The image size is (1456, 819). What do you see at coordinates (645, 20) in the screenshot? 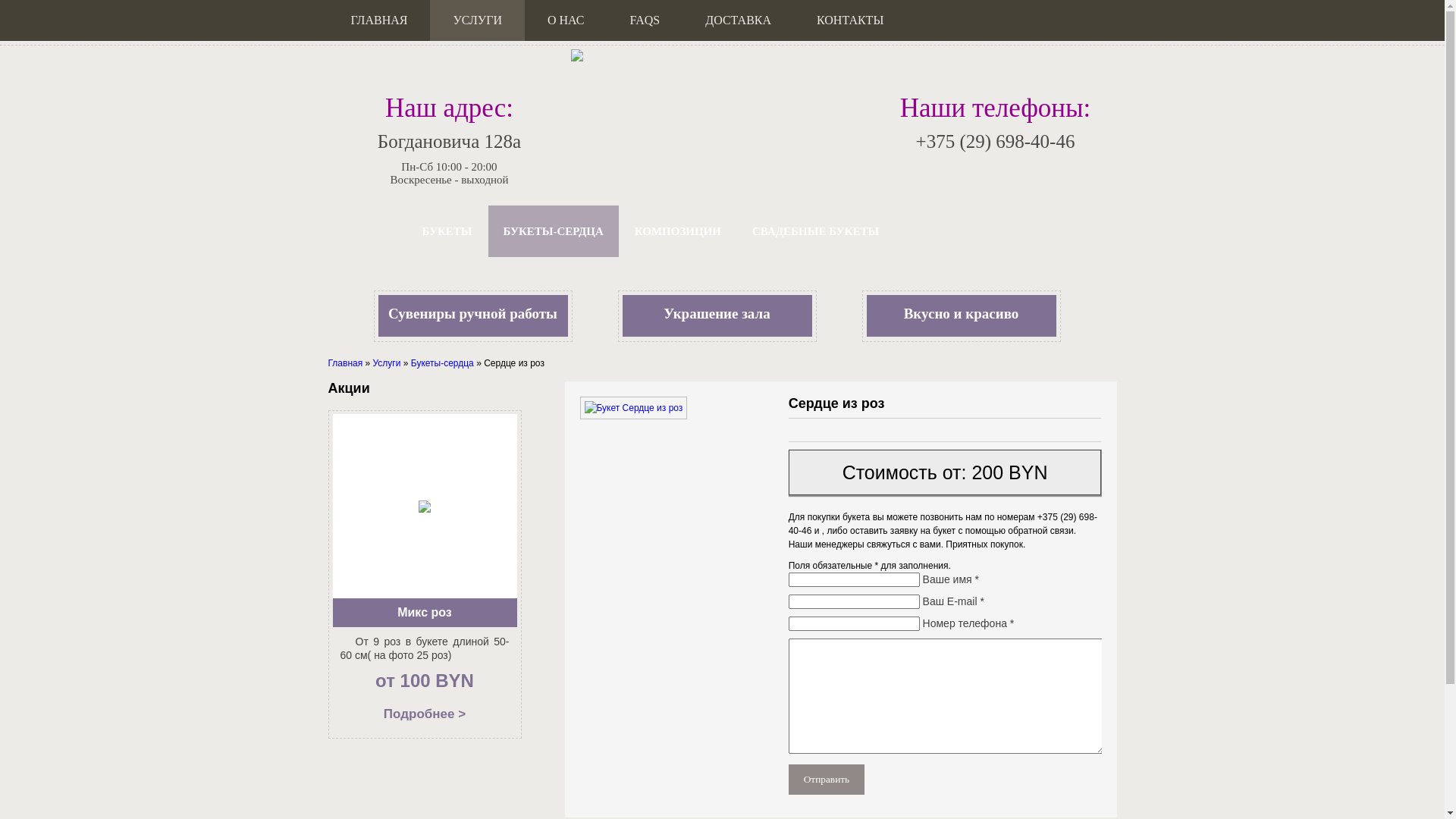
I see `'FAQS'` at bounding box center [645, 20].